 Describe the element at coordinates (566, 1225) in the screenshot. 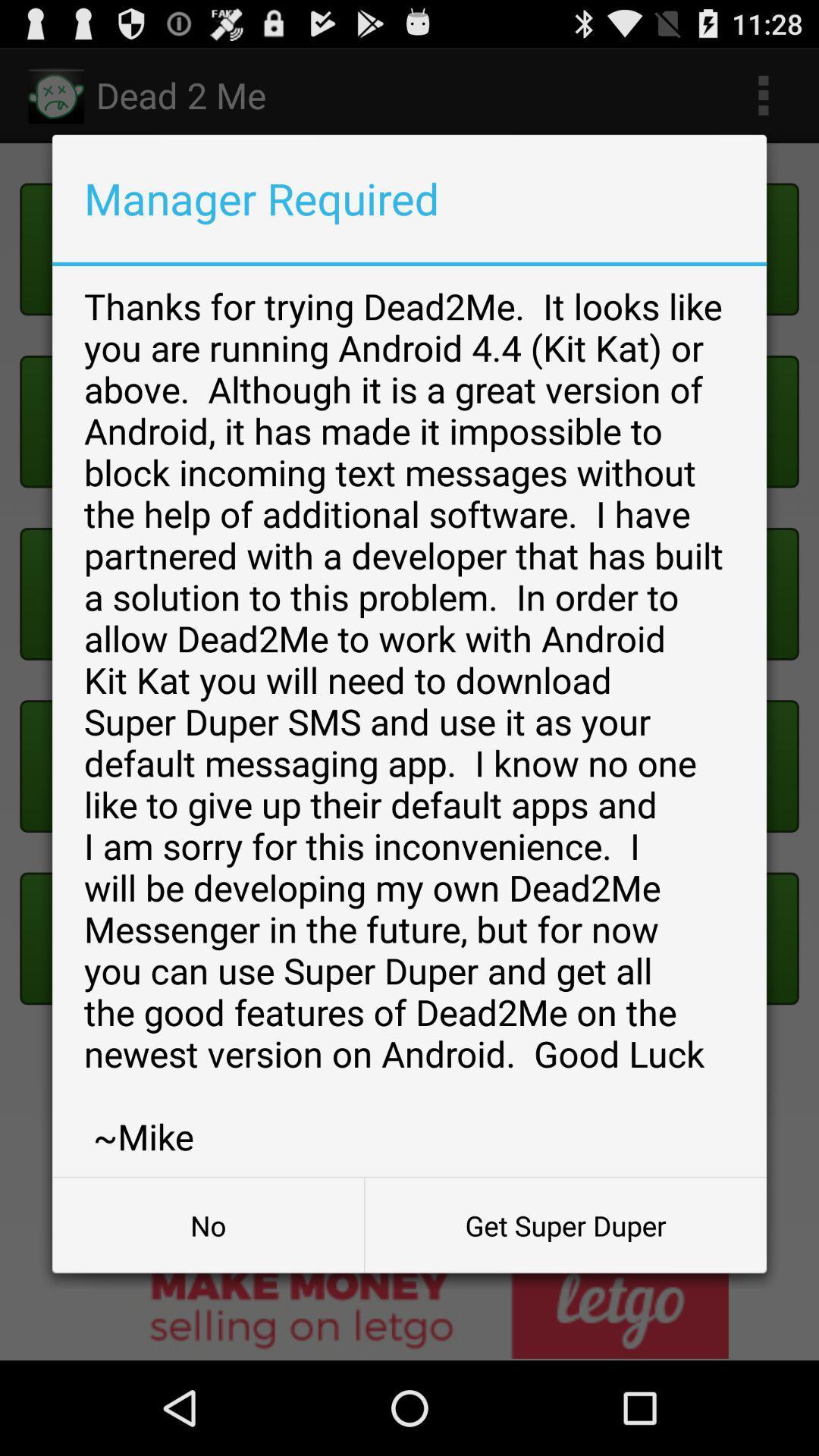

I see `get super duper` at that location.